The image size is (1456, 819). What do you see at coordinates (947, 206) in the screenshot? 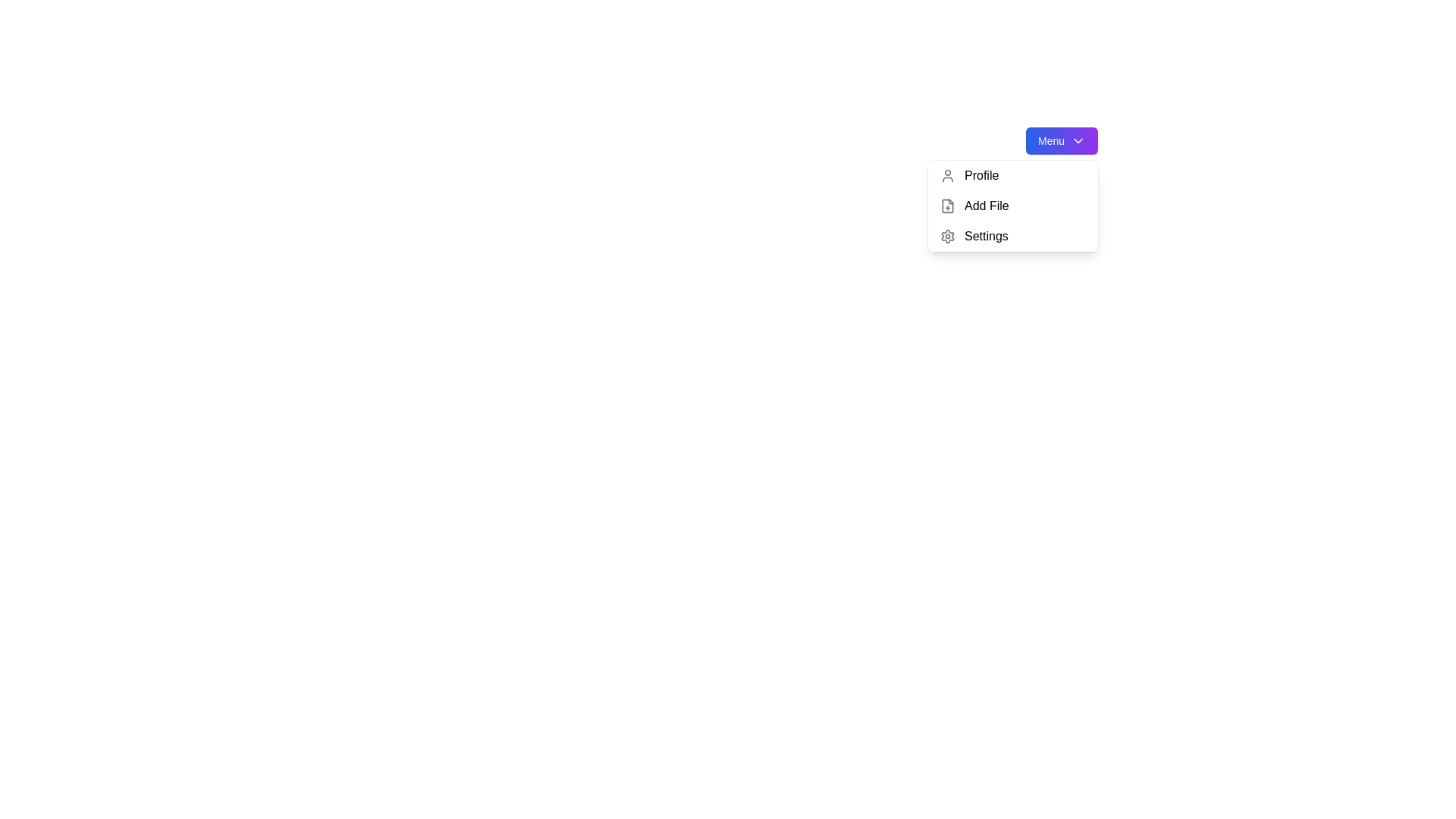
I see `the 'file addition' icon within the second option of the dropdown menu titled 'Menu' with a purple background, located on the right side of the interface` at bounding box center [947, 206].